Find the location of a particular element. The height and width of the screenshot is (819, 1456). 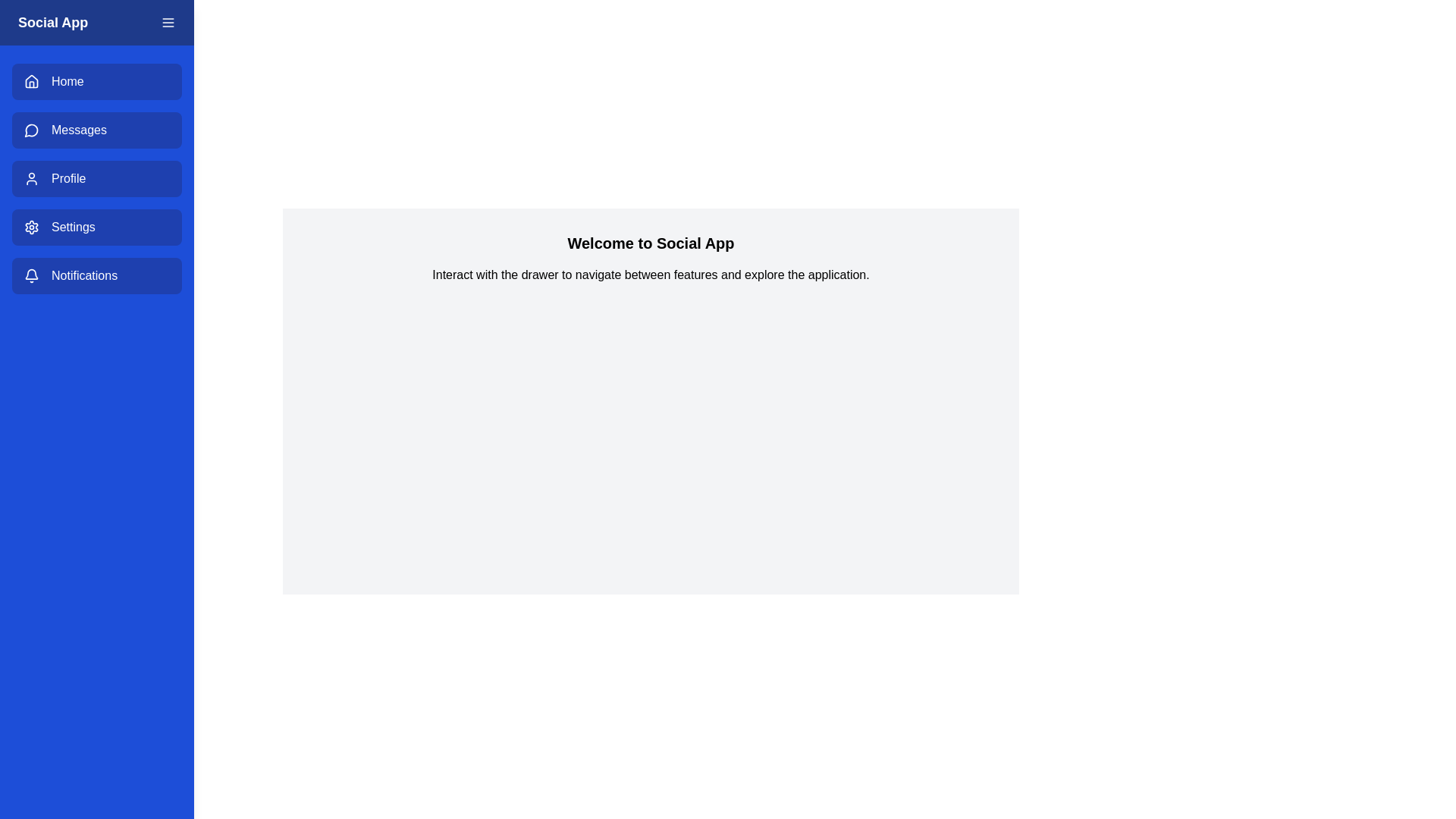

the menu item Profile to navigate to the respective section is located at coordinates (96, 177).